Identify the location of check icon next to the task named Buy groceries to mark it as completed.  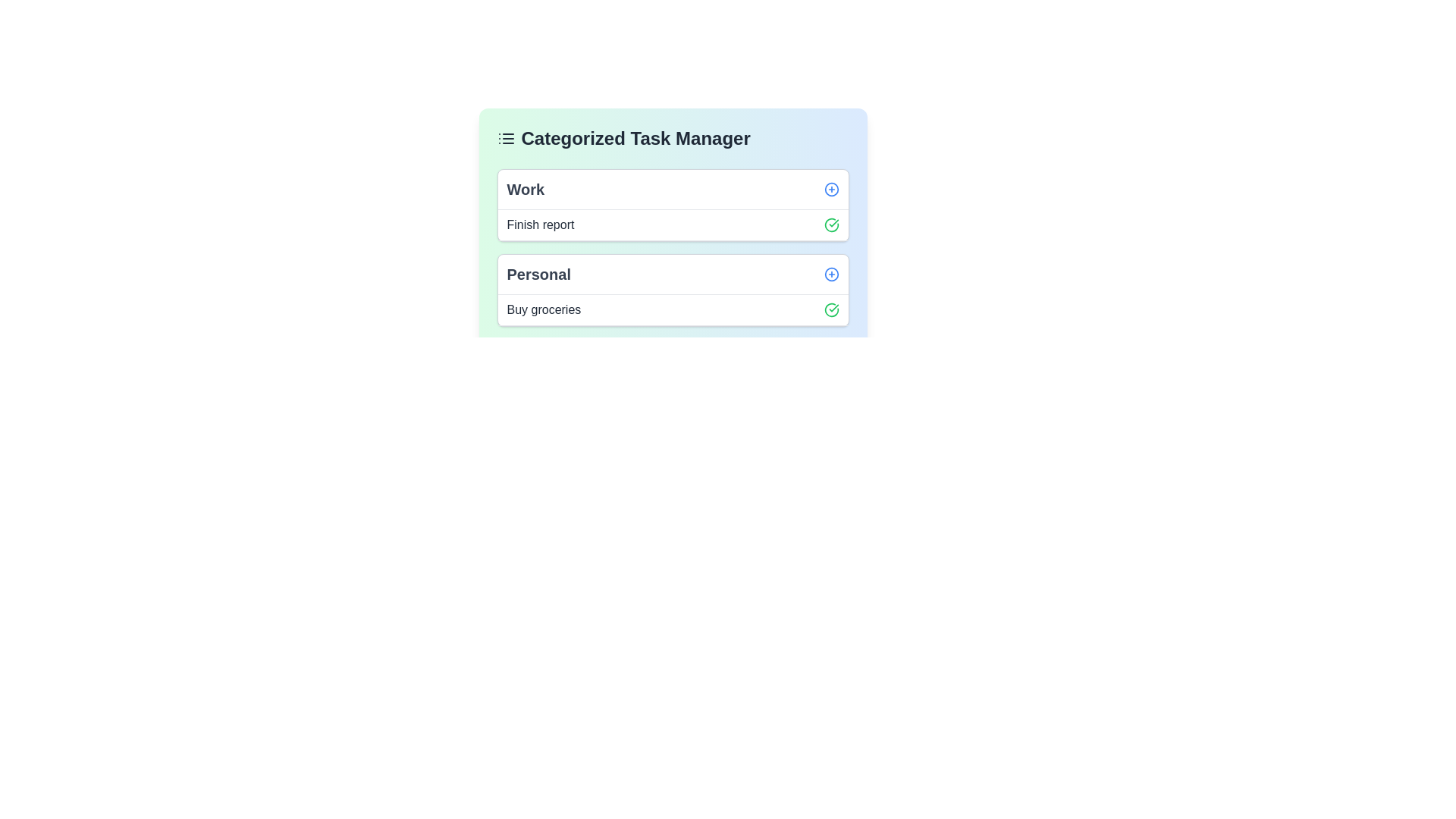
(830, 309).